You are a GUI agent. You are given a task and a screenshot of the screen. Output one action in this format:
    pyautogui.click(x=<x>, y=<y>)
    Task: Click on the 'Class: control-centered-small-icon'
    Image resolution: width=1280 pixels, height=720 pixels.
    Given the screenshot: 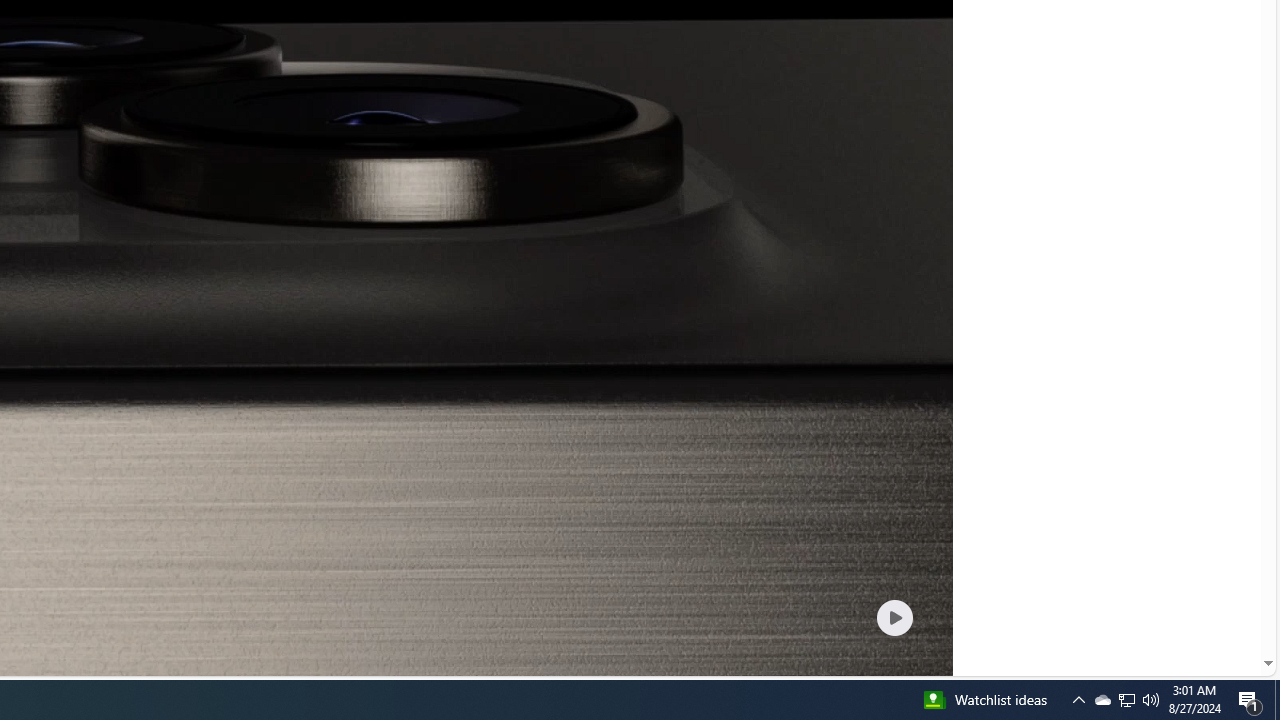 What is the action you would take?
    pyautogui.click(x=893, y=616)
    